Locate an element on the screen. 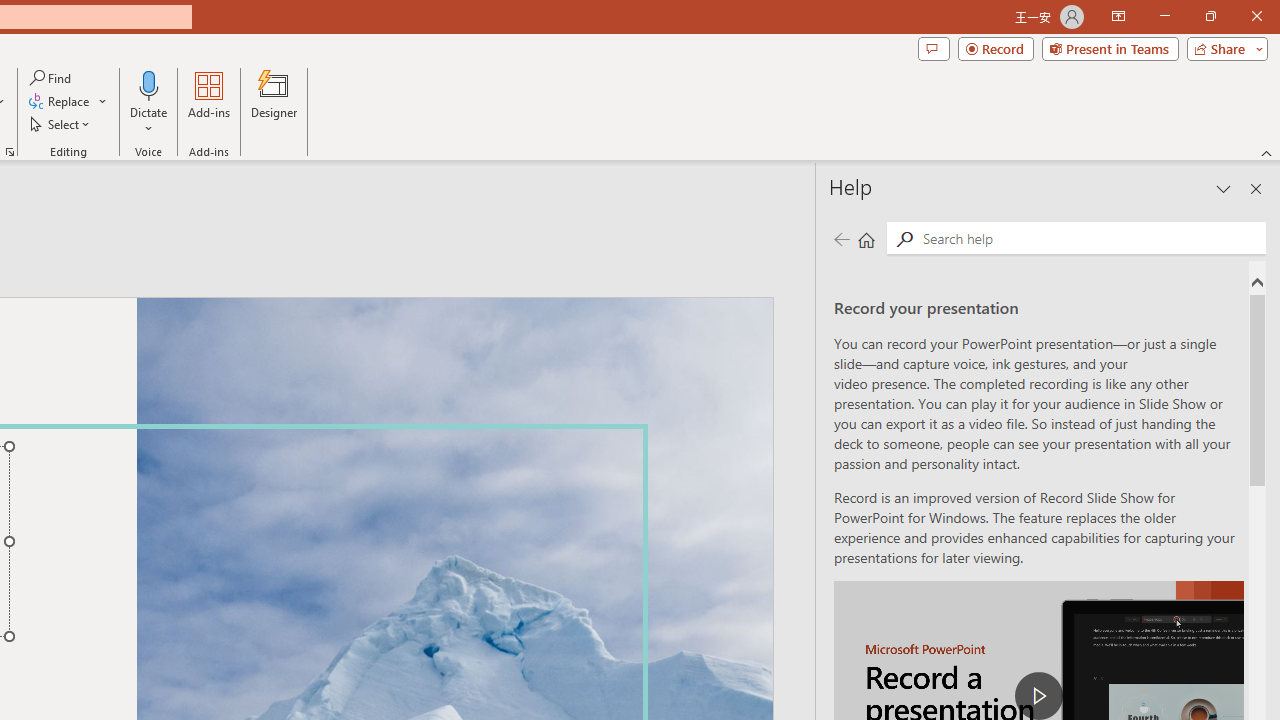 The width and height of the screenshot is (1280, 720). 'Restore Down' is located at coordinates (1209, 16).